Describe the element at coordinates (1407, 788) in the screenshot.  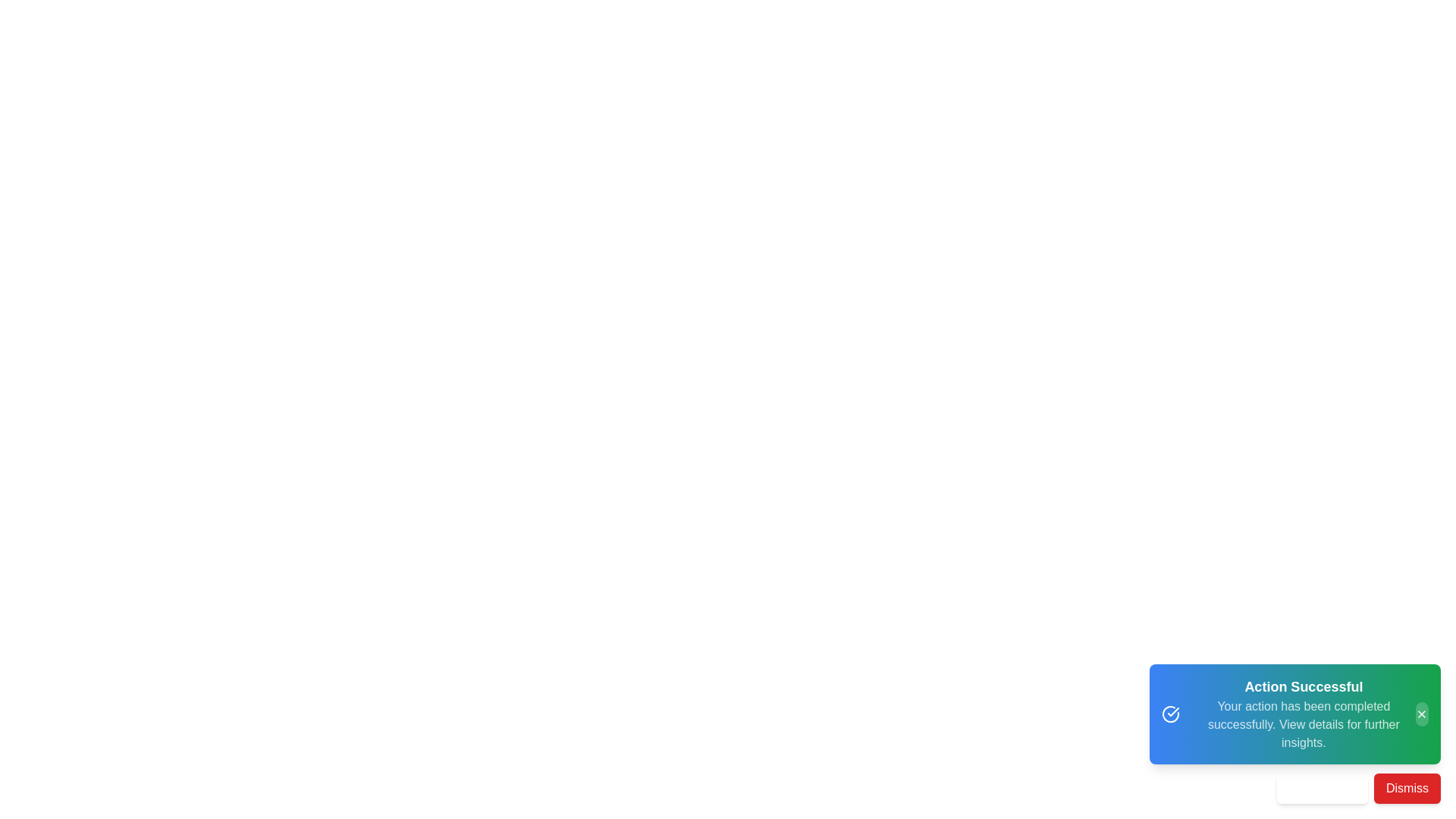
I see `the 'Dismiss' button to close the snackbar` at that location.